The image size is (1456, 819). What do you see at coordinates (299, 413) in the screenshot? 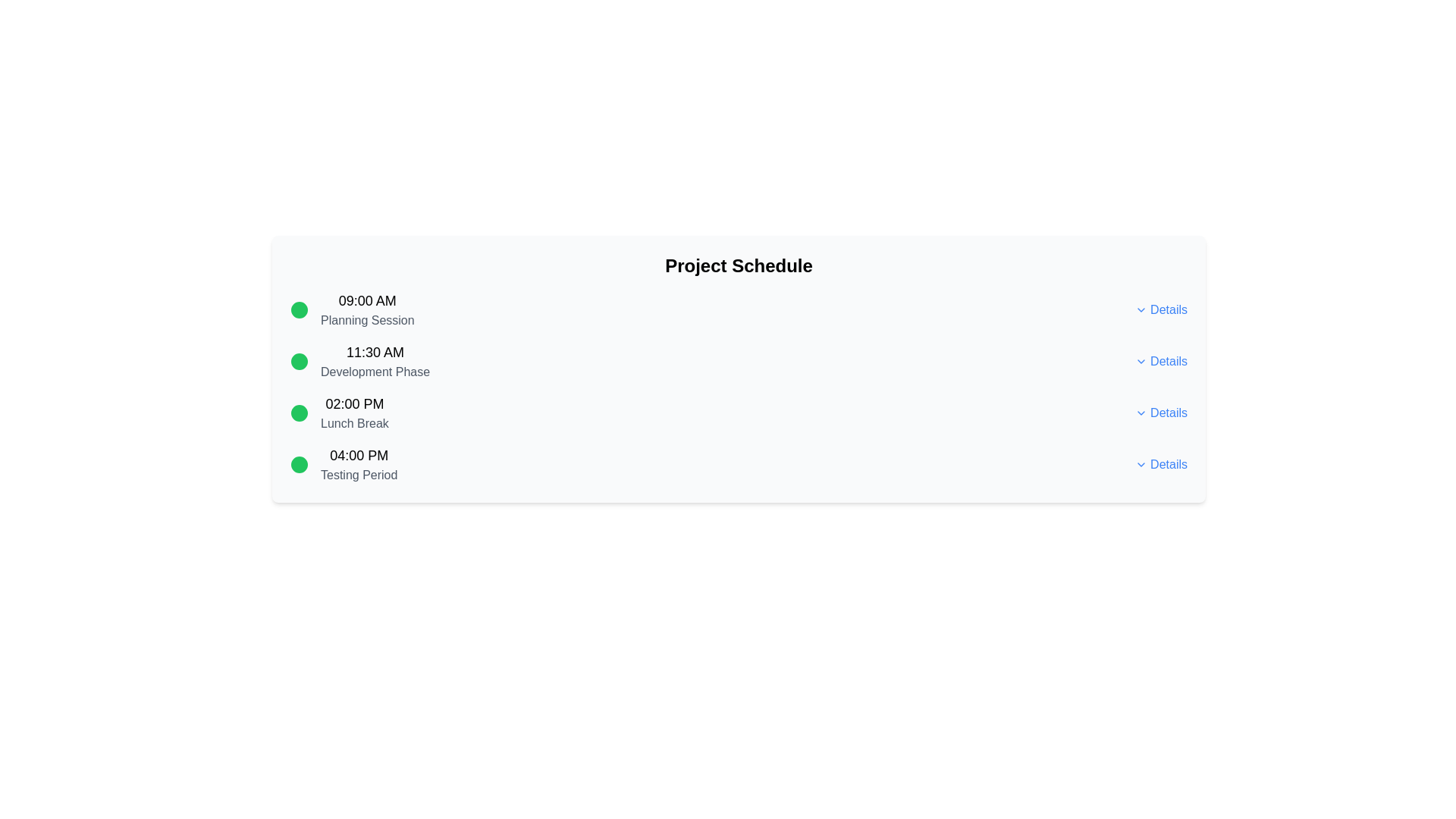
I see `the third green circular indicator in the vertical sequence, which marks the event '02:00 PM Lunch Break'` at bounding box center [299, 413].